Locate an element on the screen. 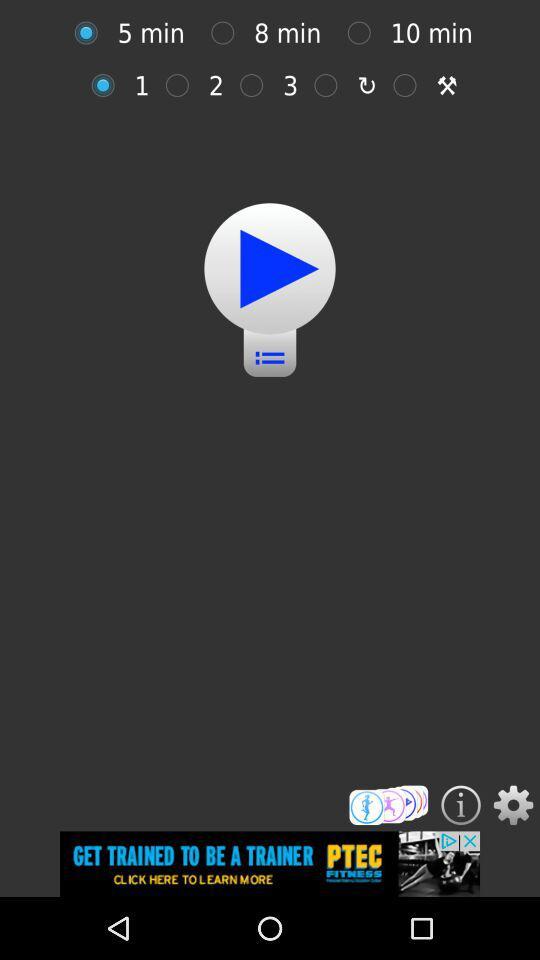  audio repeat is located at coordinates (108, 85).